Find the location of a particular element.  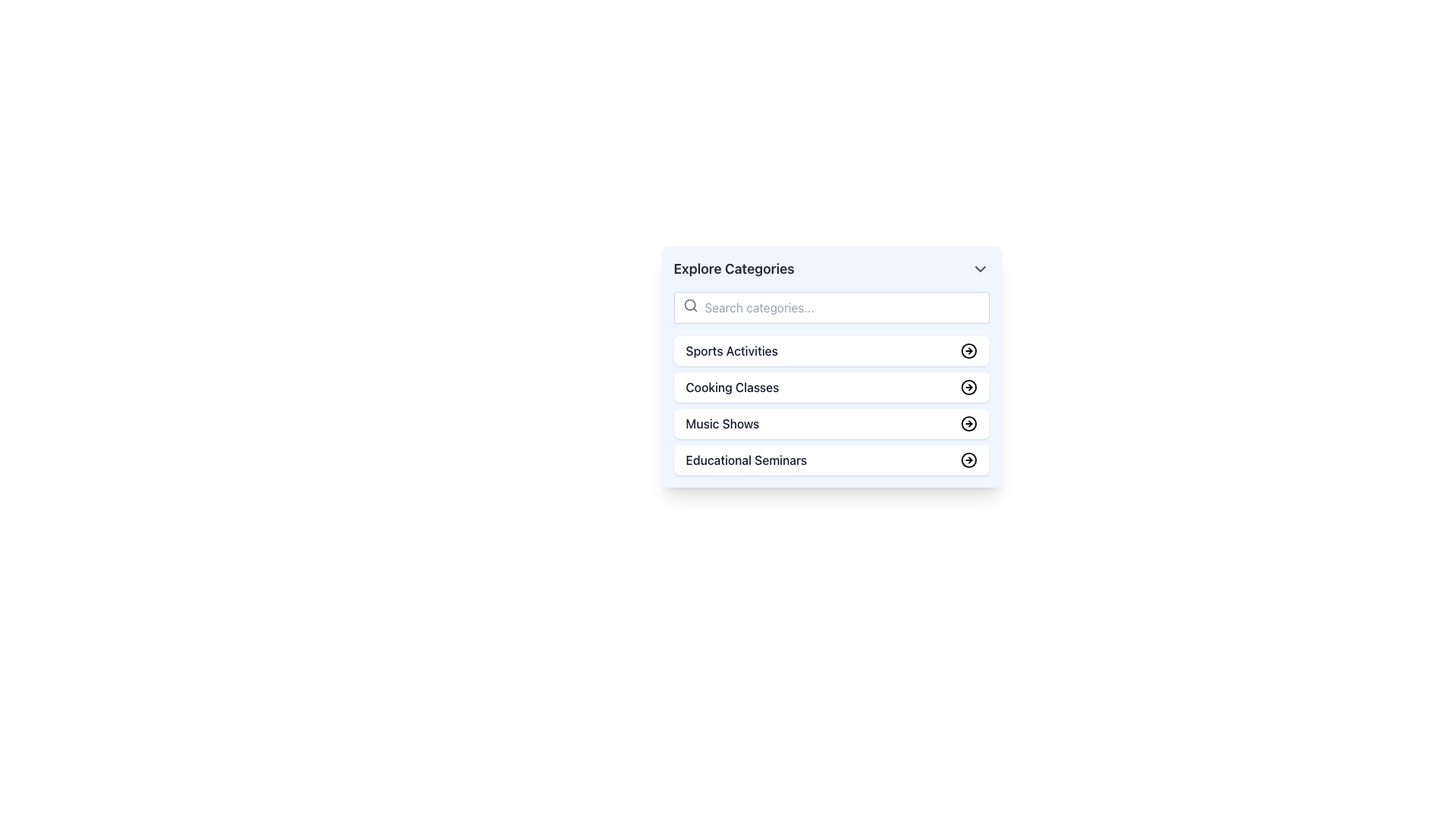

the Dropdown toggle icon located at the top-right corner of the 'Explore Categories' section is located at coordinates (980, 268).